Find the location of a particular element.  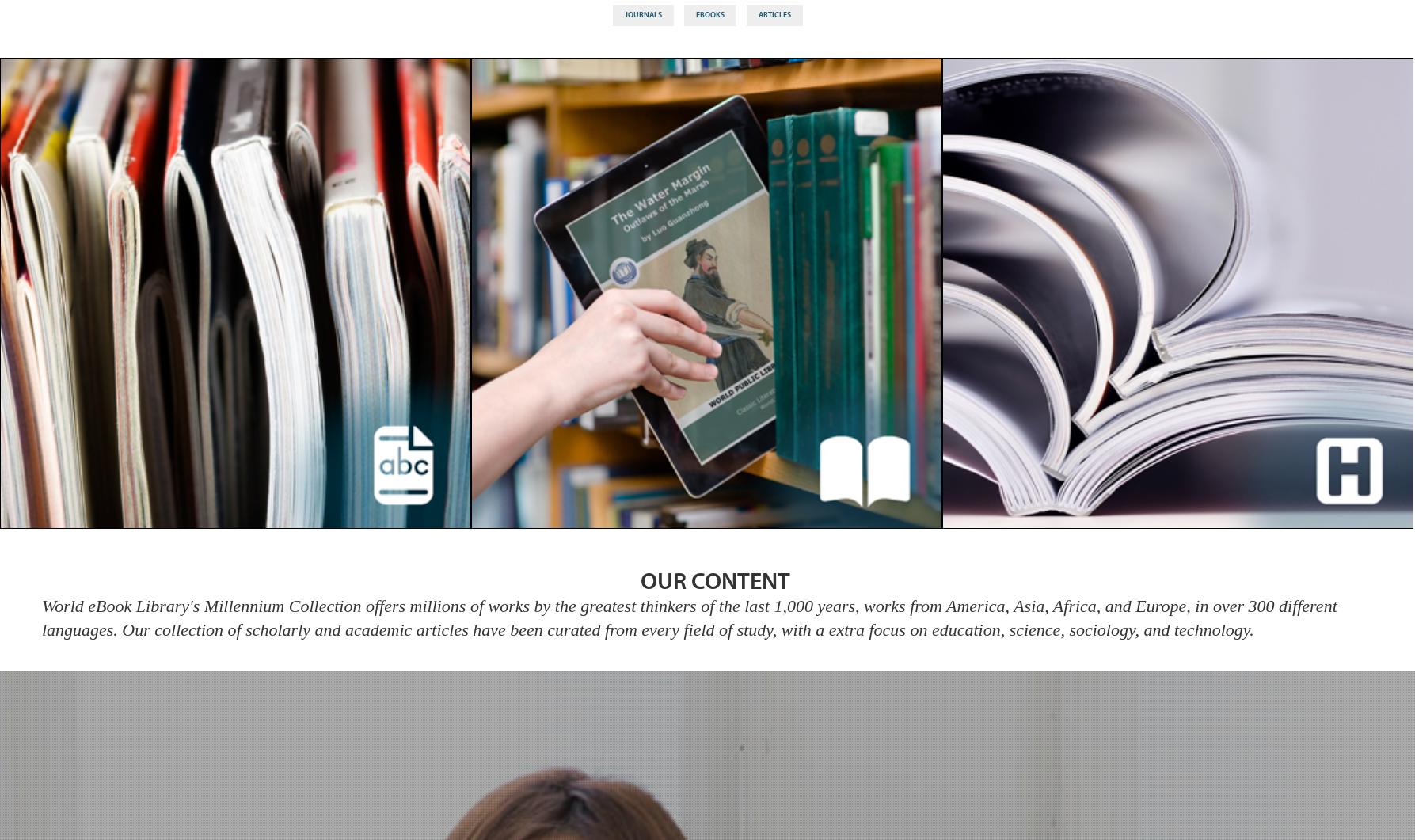

'eBooks' is located at coordinates (709, 14).